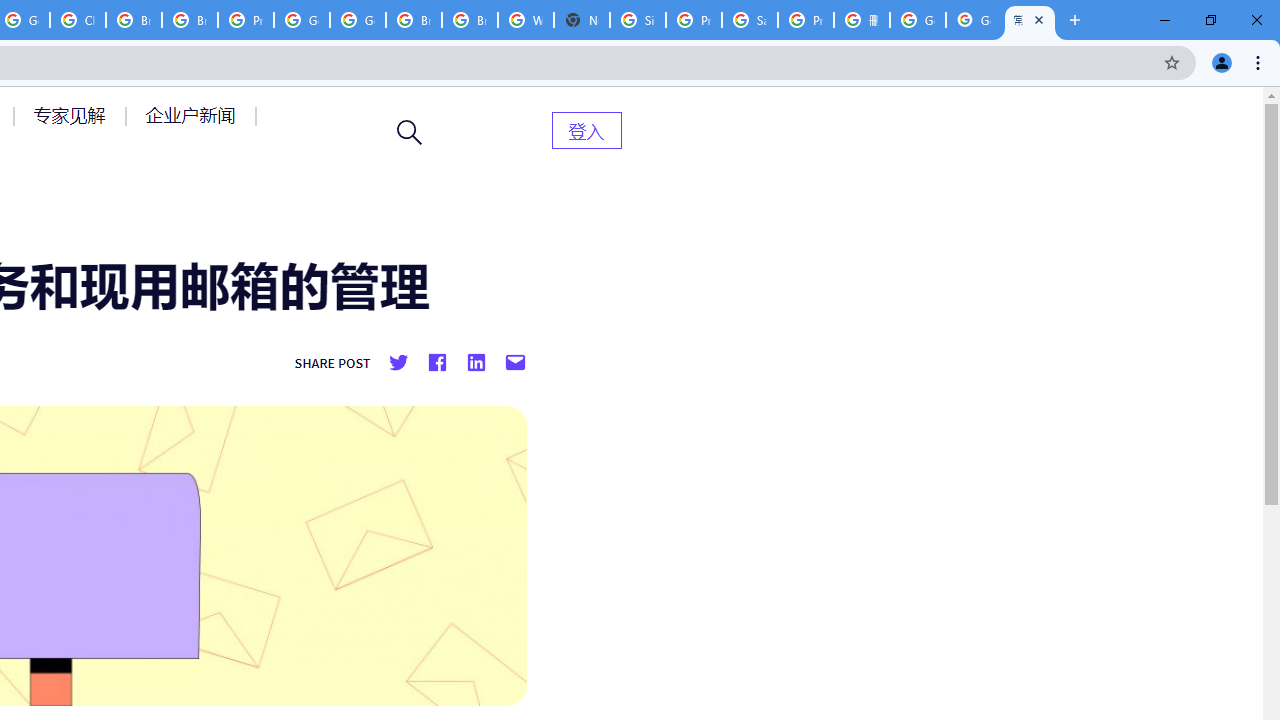 This screenshot has height=720, width=1280. Describe the element at coordinates (637, 20) in the screenshot. I see `'Sign in - Google Accounts'` at that location.